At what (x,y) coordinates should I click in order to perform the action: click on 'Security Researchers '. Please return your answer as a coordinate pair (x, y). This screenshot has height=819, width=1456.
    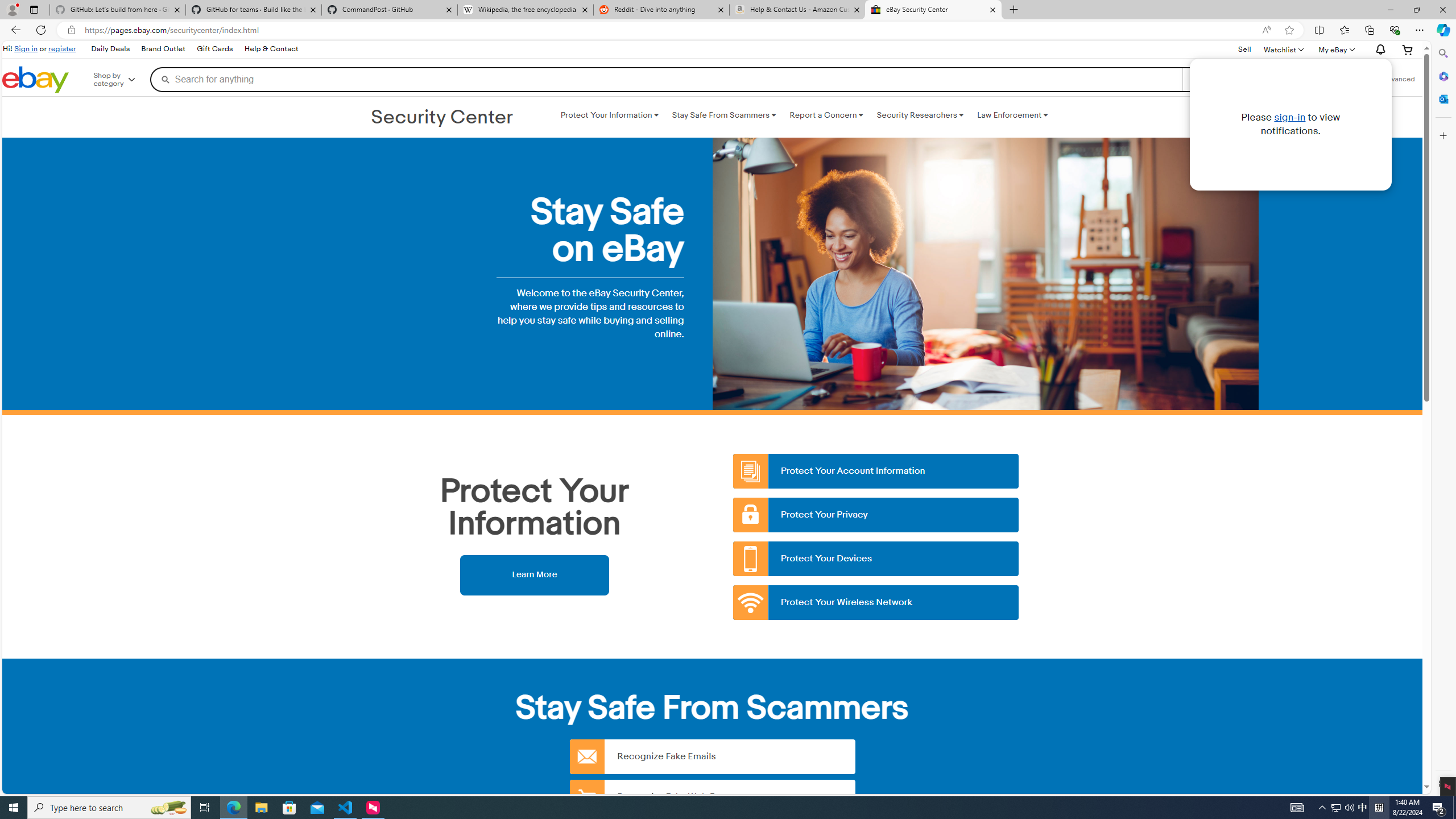
    Looking at the image, I should click on (920, 115).